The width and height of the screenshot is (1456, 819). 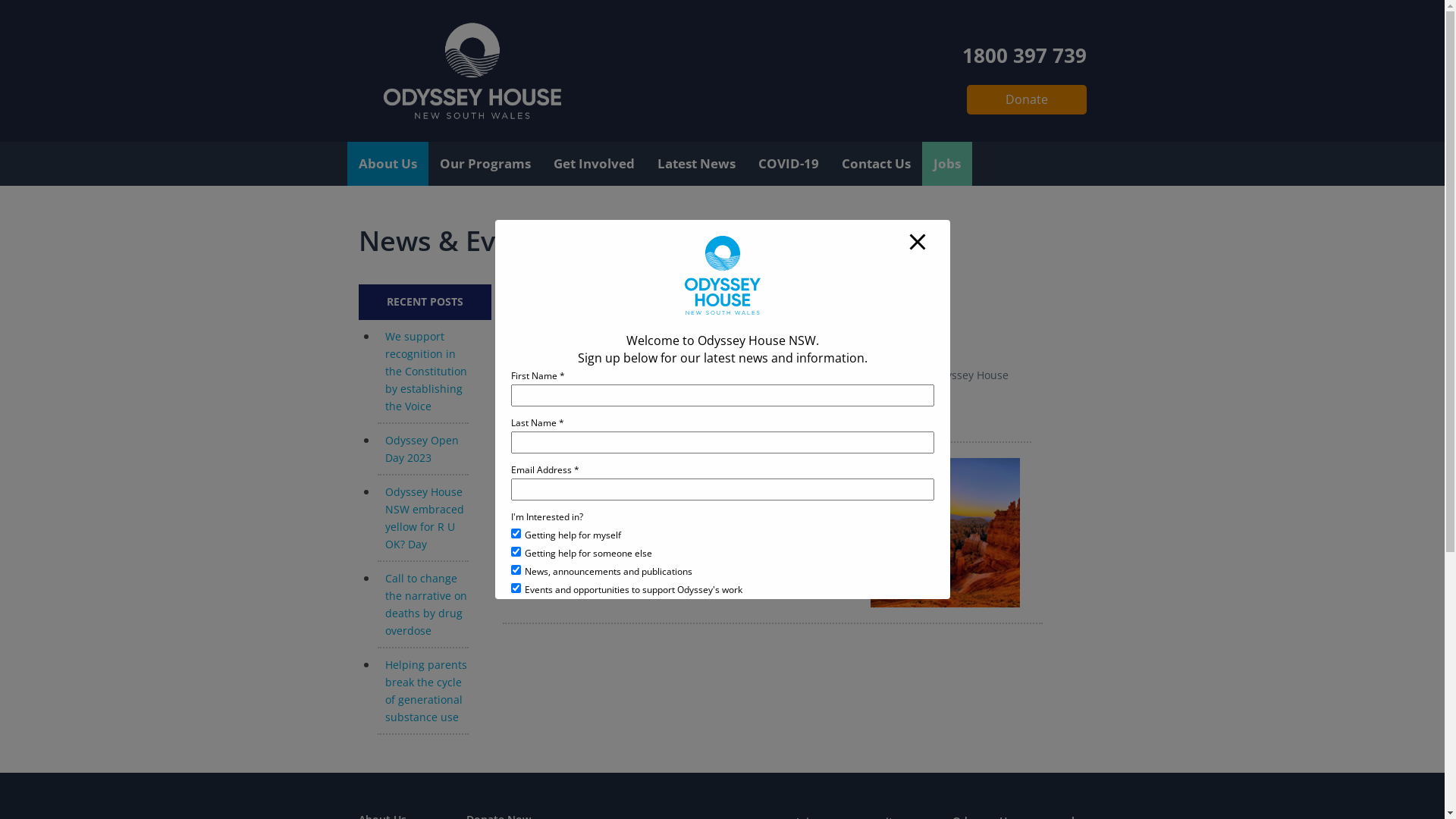 What do you see at coordinates (875, 164) in the screenshot?
I see `'Contact Us'` at bounding box center [875, 164].